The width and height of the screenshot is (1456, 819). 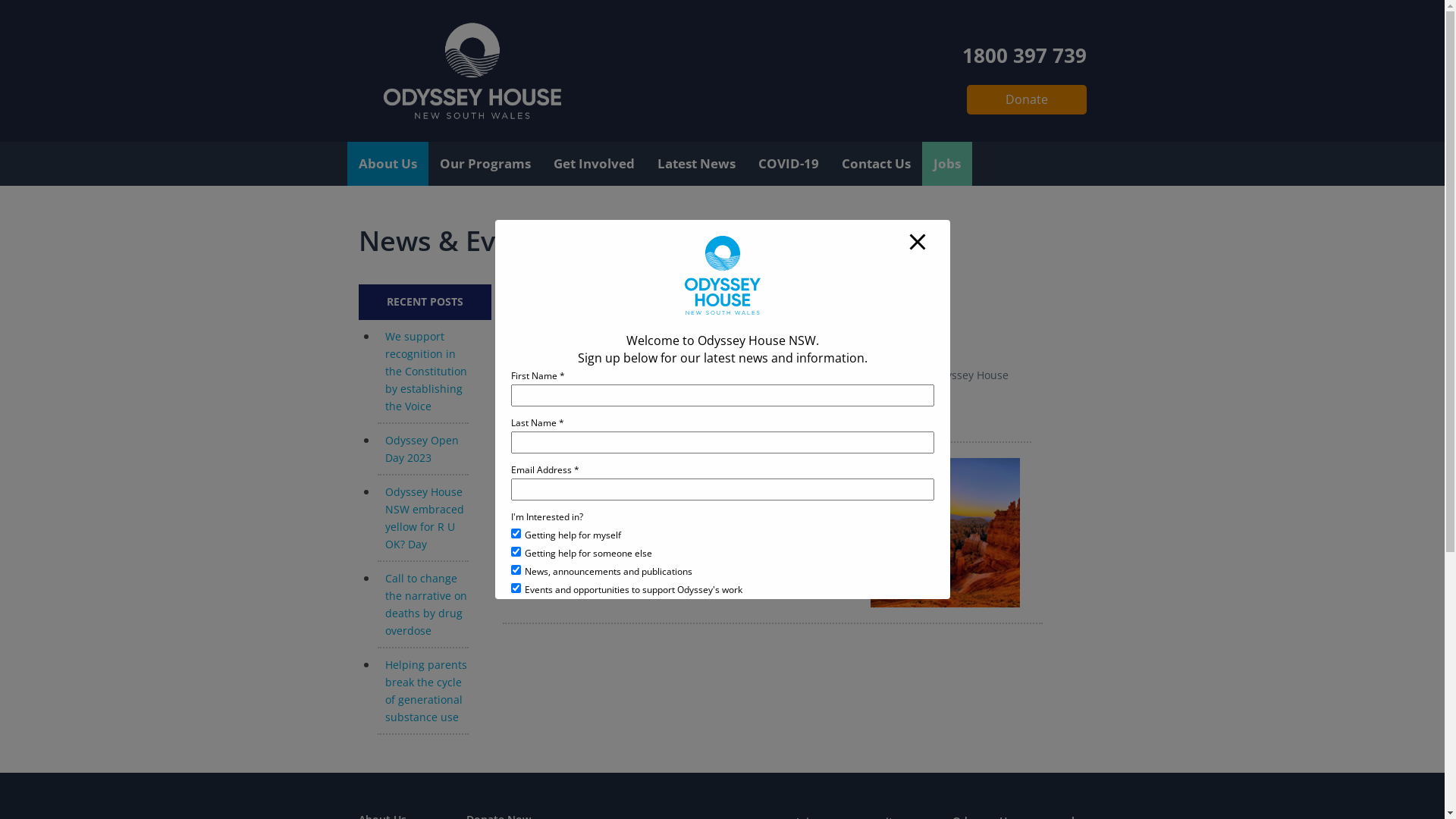 What do you see at coordinates (875, 164) in the screenshot?
I see `'Contact Us'` at bounding box center [875, 164].